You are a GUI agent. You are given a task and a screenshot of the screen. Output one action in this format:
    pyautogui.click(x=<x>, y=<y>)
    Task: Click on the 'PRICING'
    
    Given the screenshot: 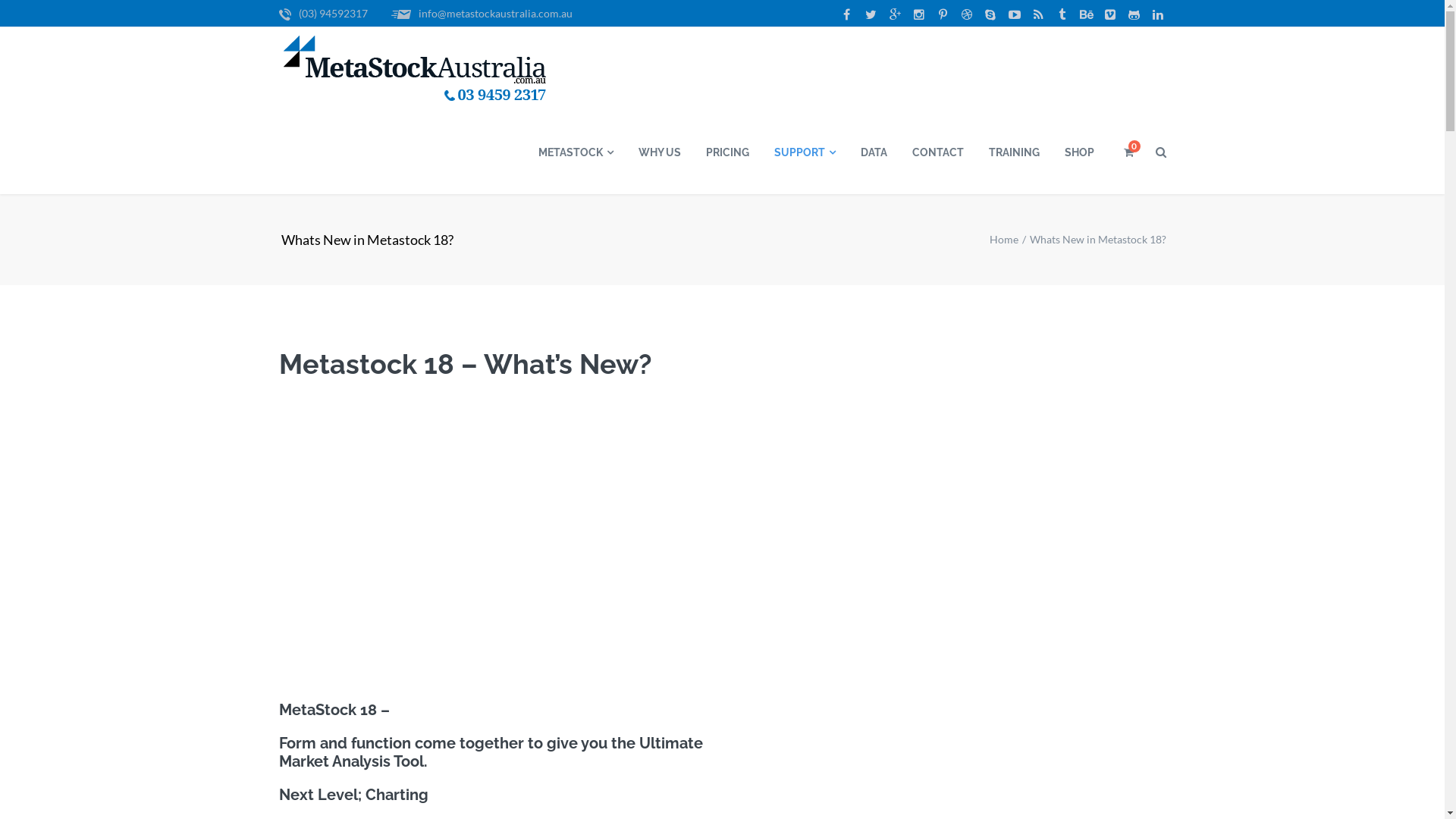 What is the action you would take?
    pyautogui.click(x=726, y=152)
    